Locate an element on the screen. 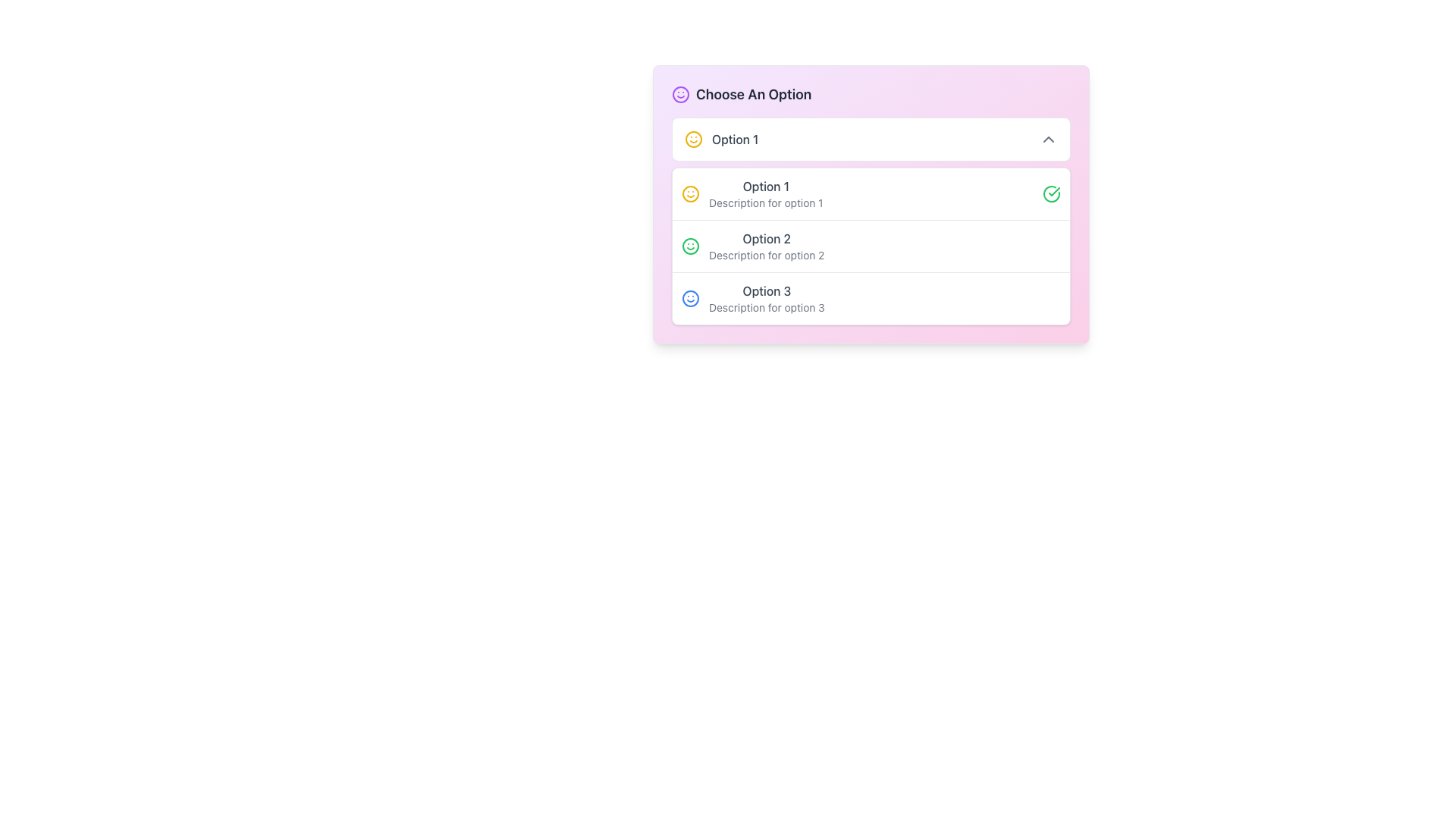  to select the first item in the dropdown list labeled 'Option 1', which is positioned below the header 'Choose An Option' is located at coordinates (752, 193).